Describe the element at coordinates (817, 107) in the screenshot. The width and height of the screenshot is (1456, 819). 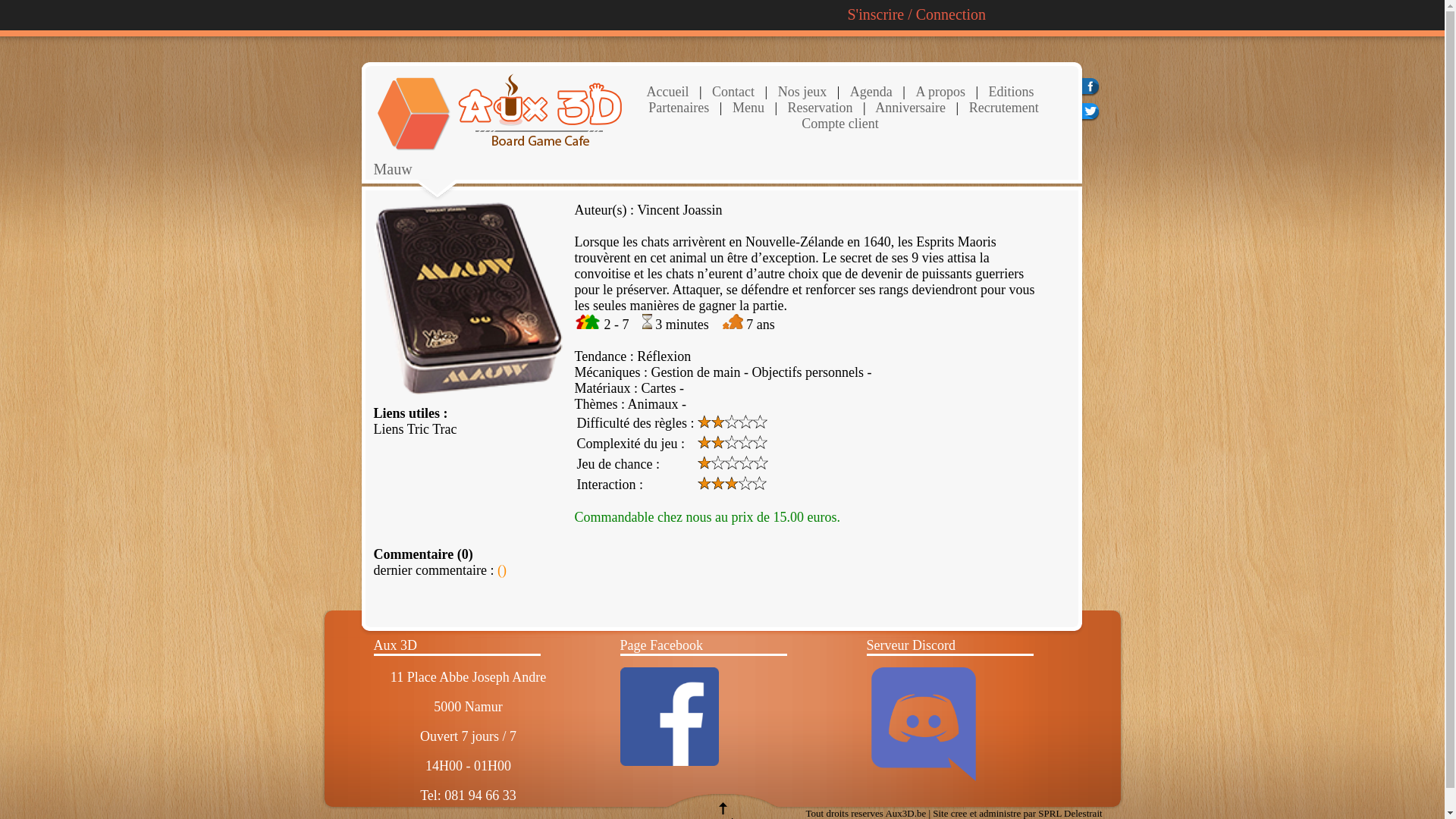
I see `'Reservation'` at that location.